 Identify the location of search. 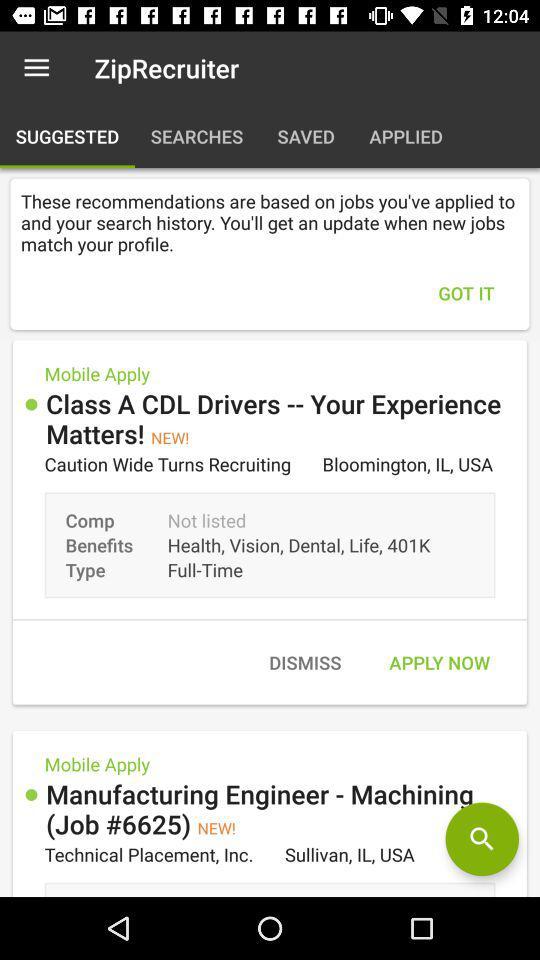
(481, 839).